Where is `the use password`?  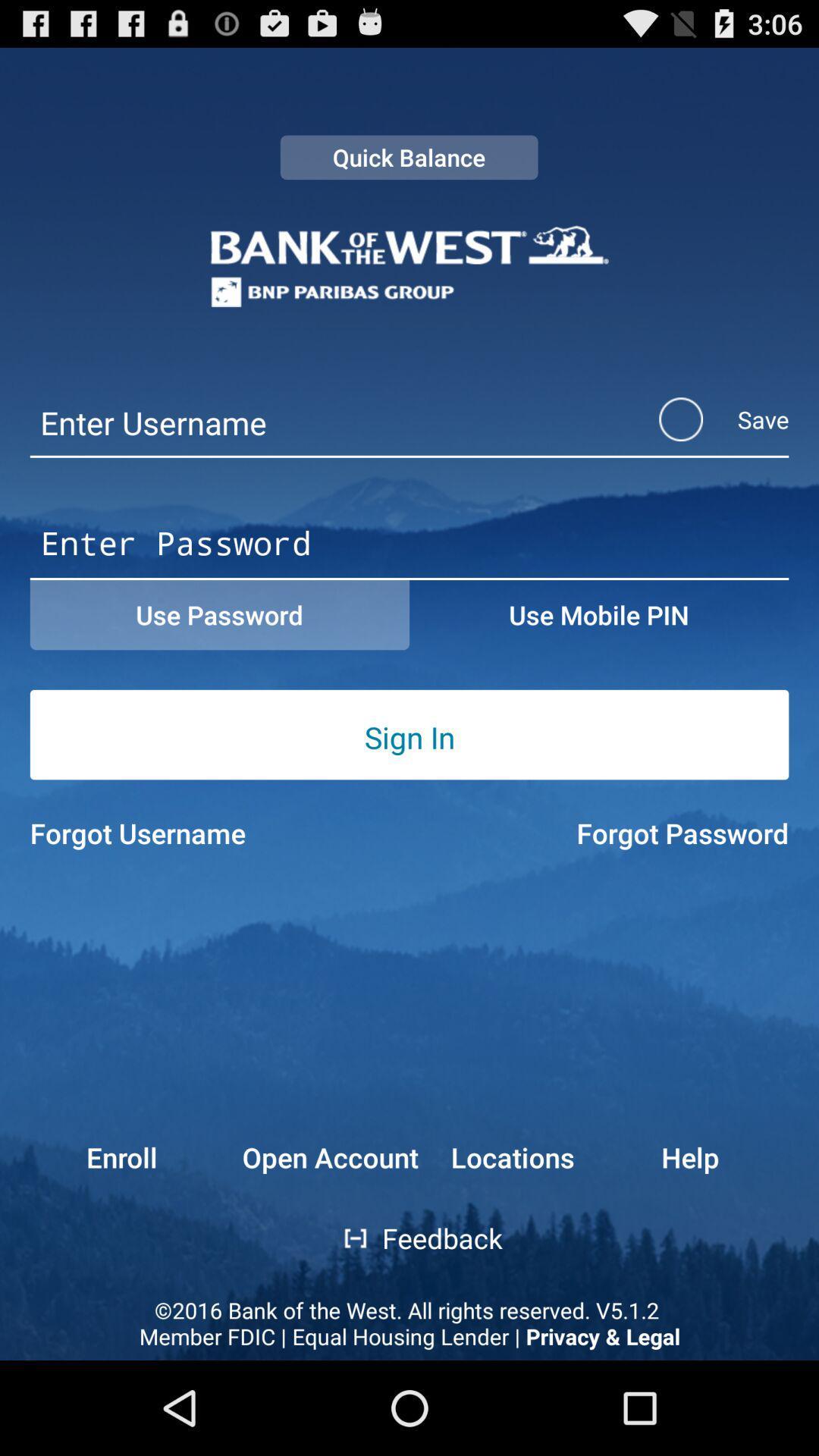
the use password is located at coordinates (219, 615).